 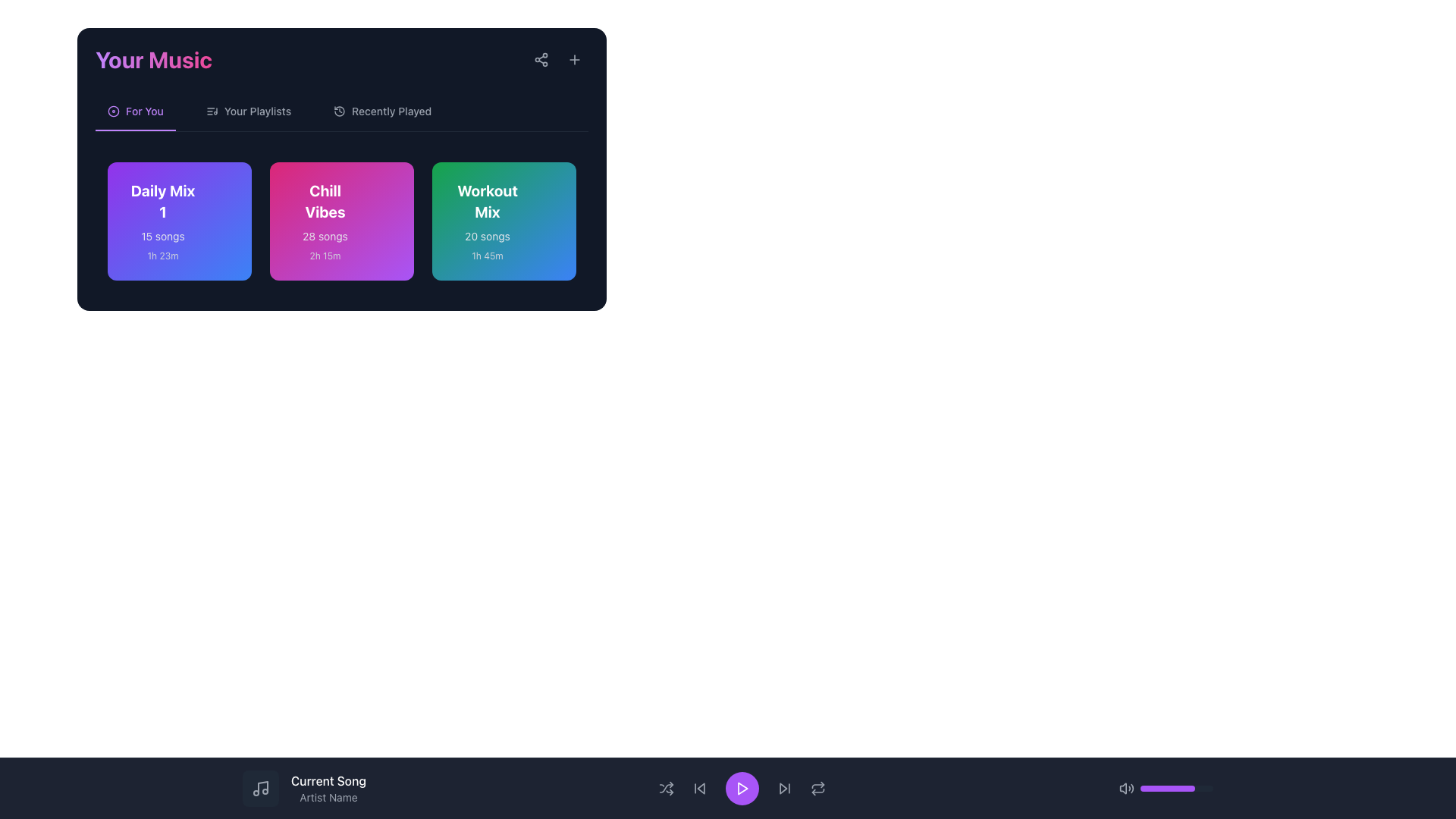 What do you see at coordinates (324, 201) in the screenshot?
I see `the 'Chill Vibes' text label which features bold white text on a vibrant pink to purple gradient background, located at the center of the playlist card` at bounding box center [324, 201].